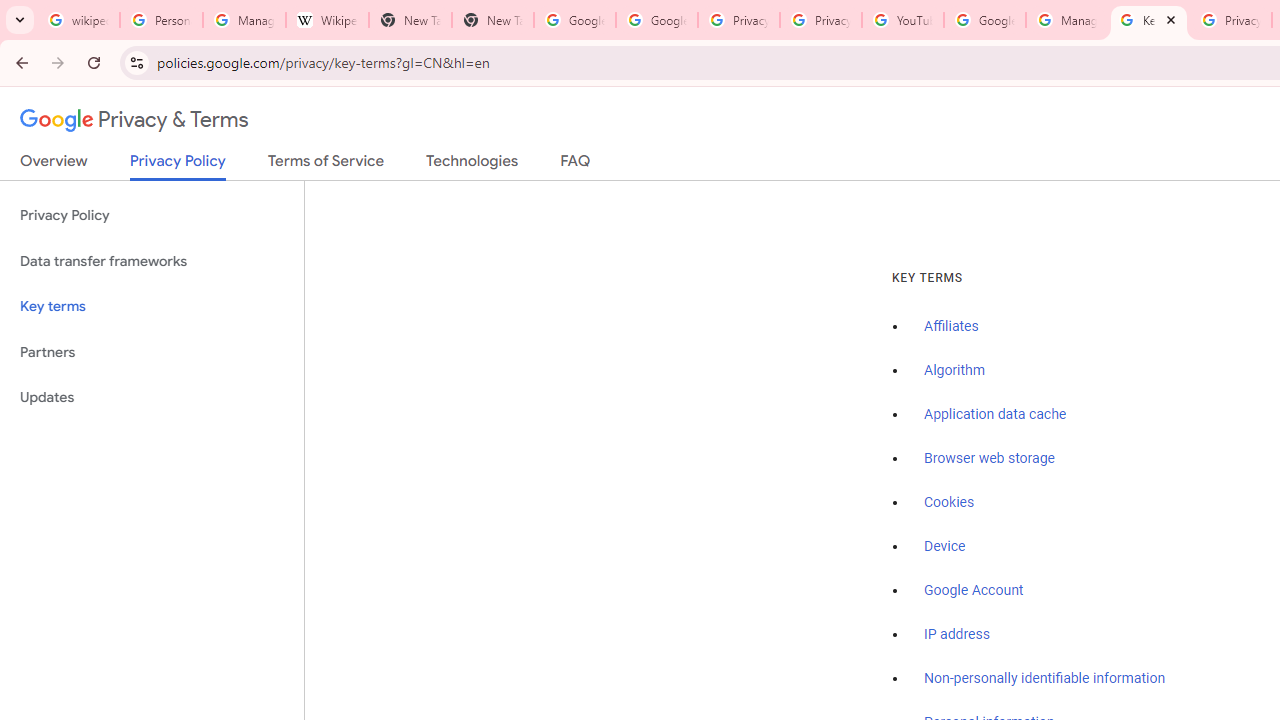 The image size is (1280, 720). I want to click on 'Manage your Location History - Google Search Help', so click(243, 20).